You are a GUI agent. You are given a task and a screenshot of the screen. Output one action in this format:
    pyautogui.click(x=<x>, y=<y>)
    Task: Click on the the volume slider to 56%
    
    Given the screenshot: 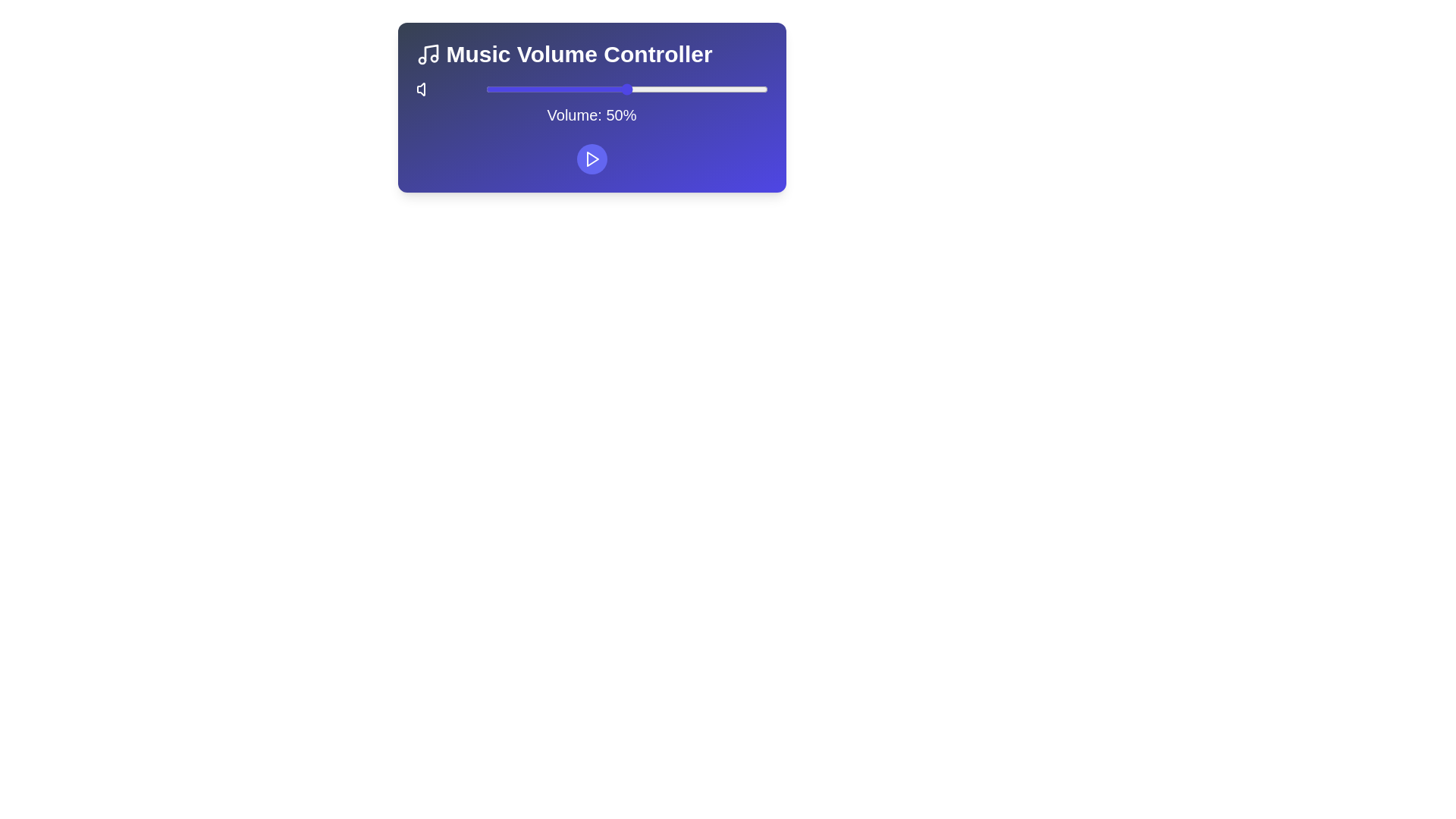 What is the action you would take?
    pyautogui.click(x=644, y=89)
    